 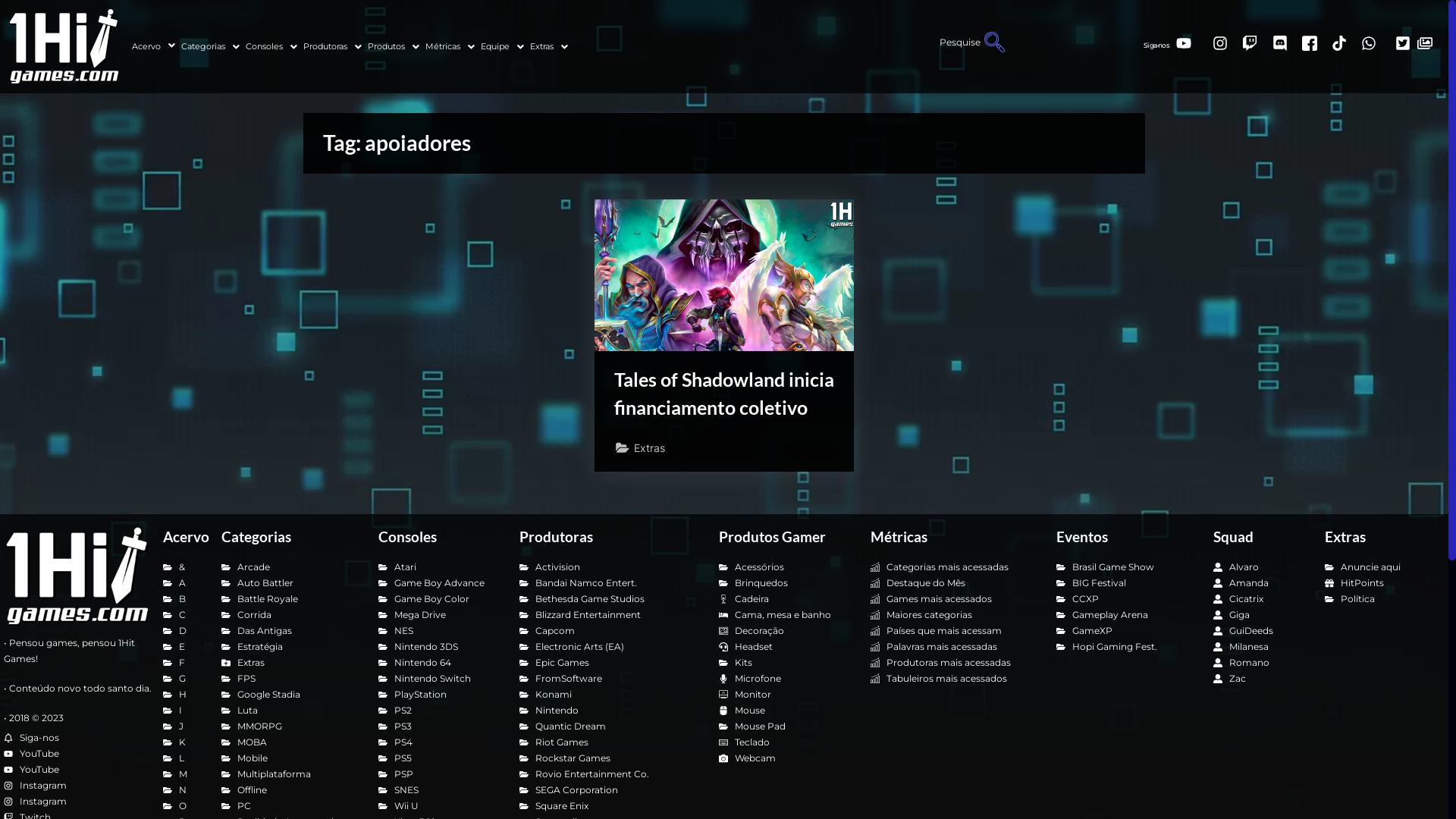 I want to click on 'Cama, mesa e banho', so click(x=787, y=614).